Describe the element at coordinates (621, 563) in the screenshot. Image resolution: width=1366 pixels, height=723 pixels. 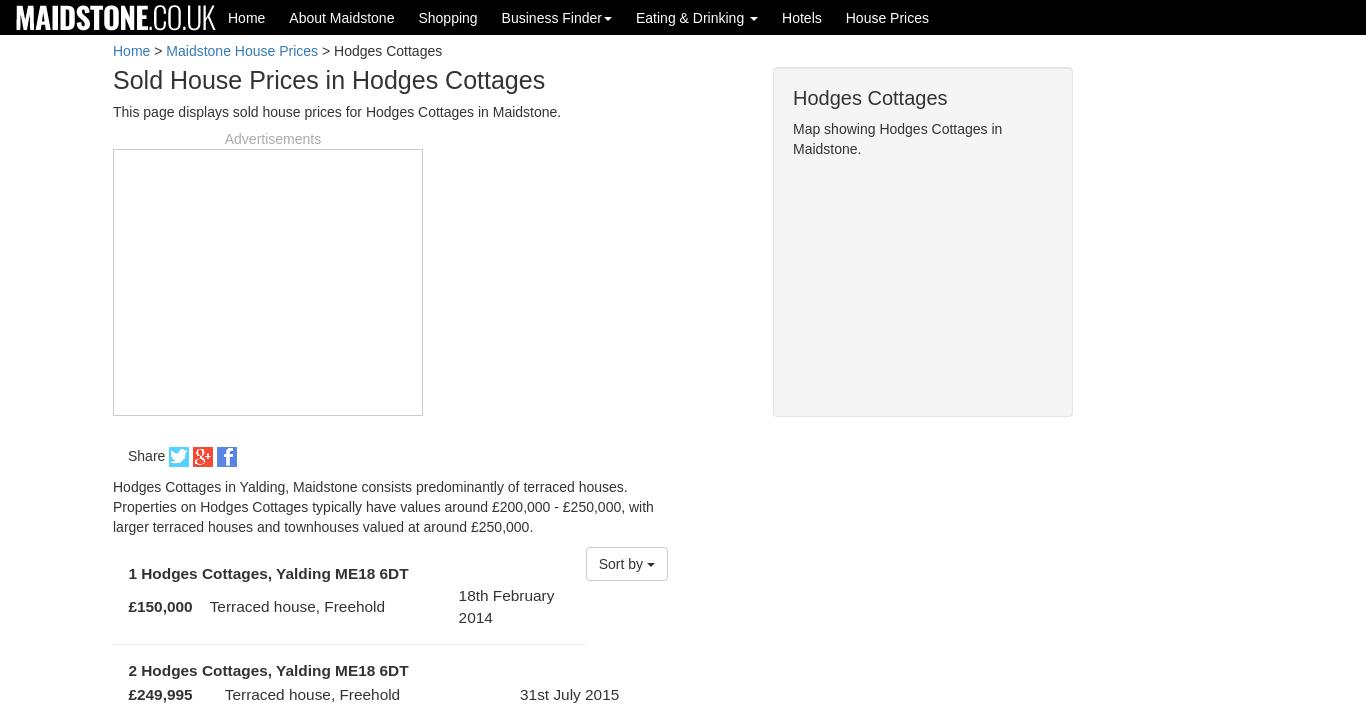
I see `'Sort by'` at that location.